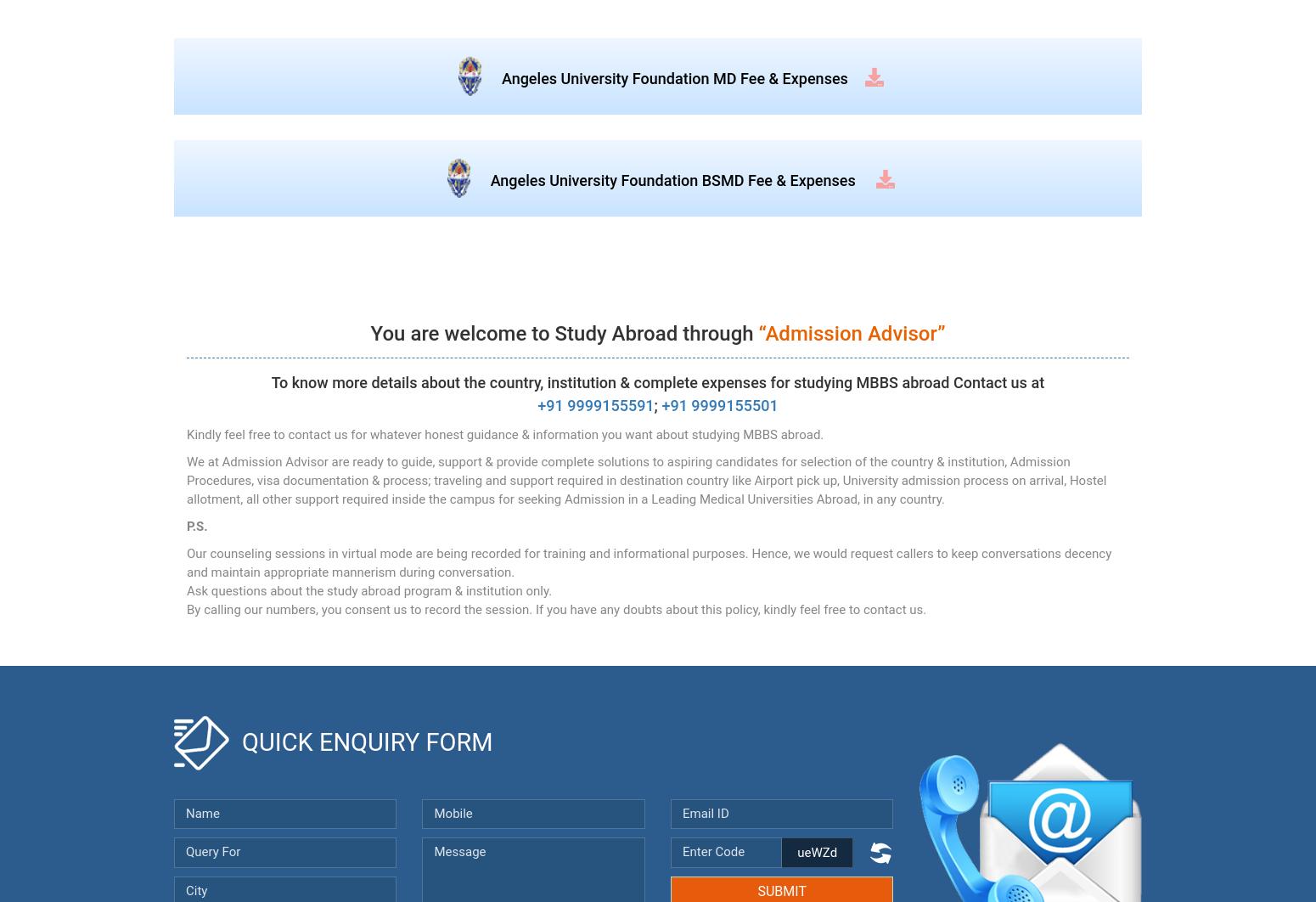 This screenshot has height=902, width=1316. I want to click on '“Admission Advisor”', so click(851, 333).